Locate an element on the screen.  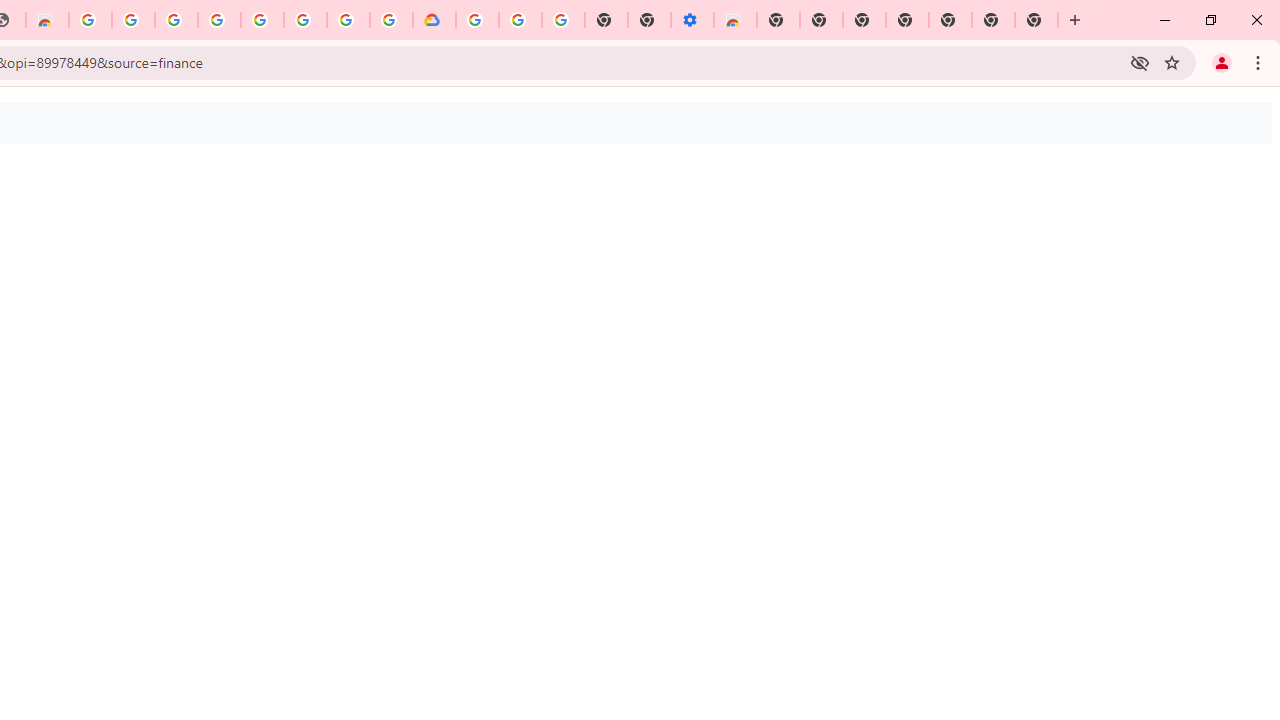
'Turn cookies on or off - Computer - Google Account Help' is located at coordinates (562, 20).